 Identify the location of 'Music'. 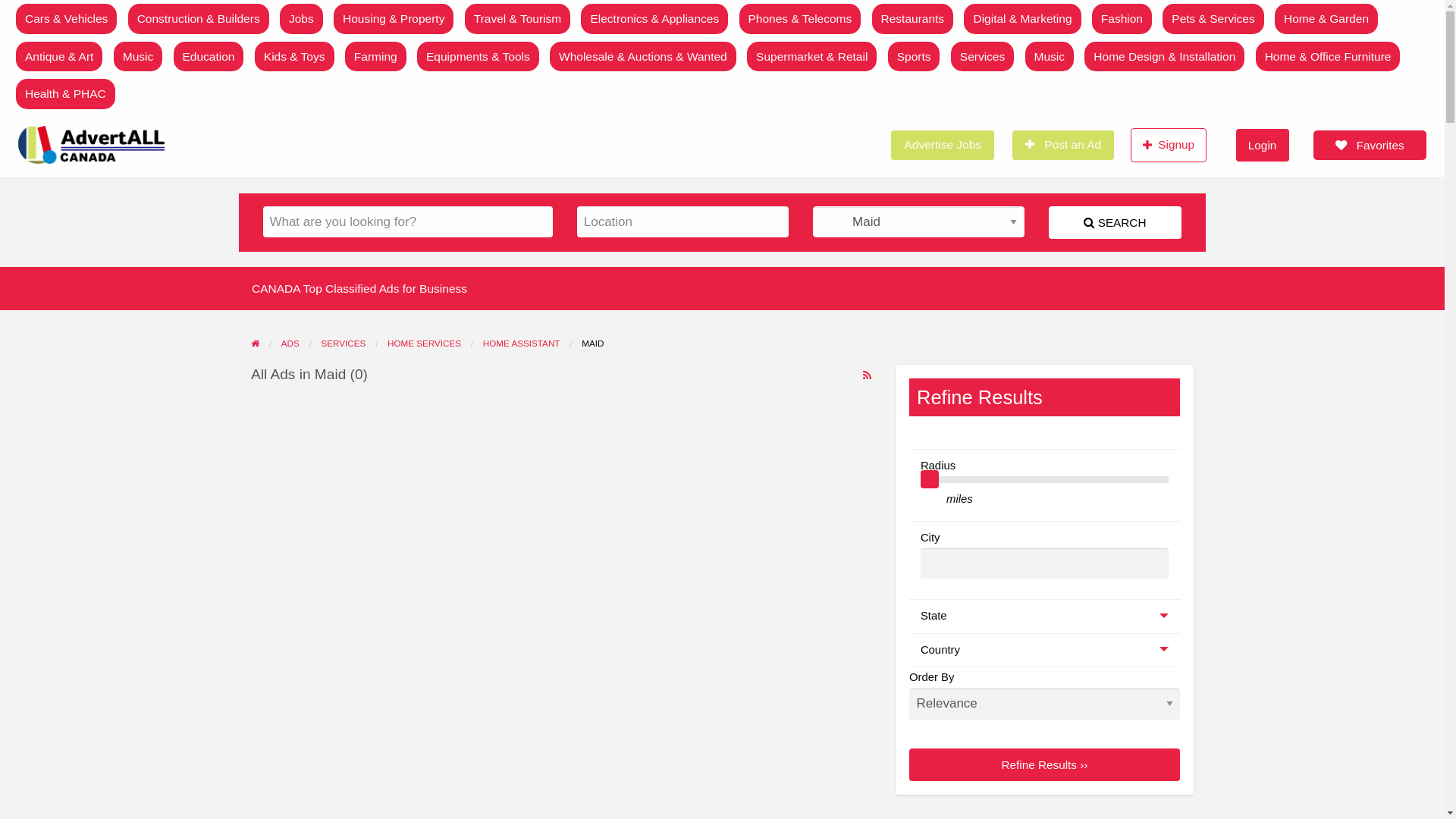
(138, 55).